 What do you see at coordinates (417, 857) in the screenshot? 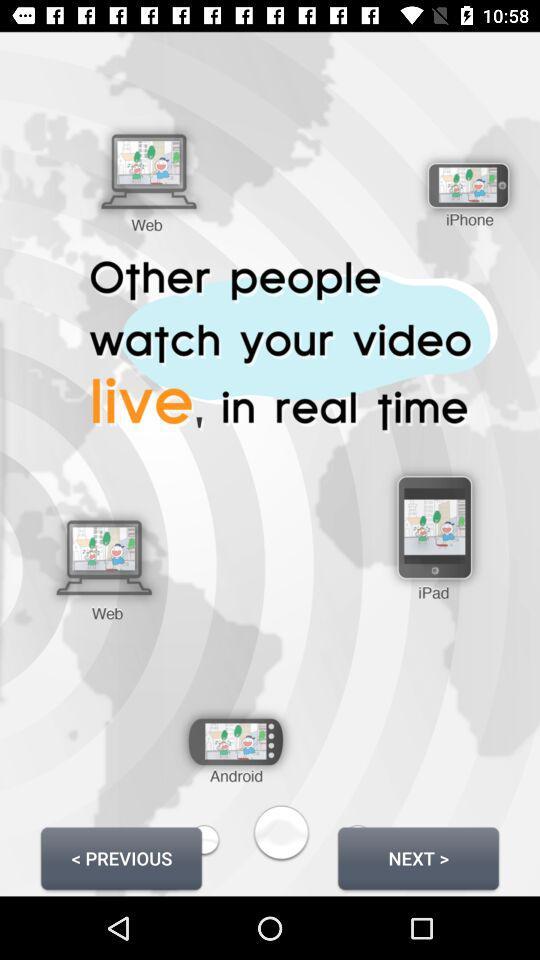
I see `icon to the right of the < previous button` at bounding box center [417, 857].